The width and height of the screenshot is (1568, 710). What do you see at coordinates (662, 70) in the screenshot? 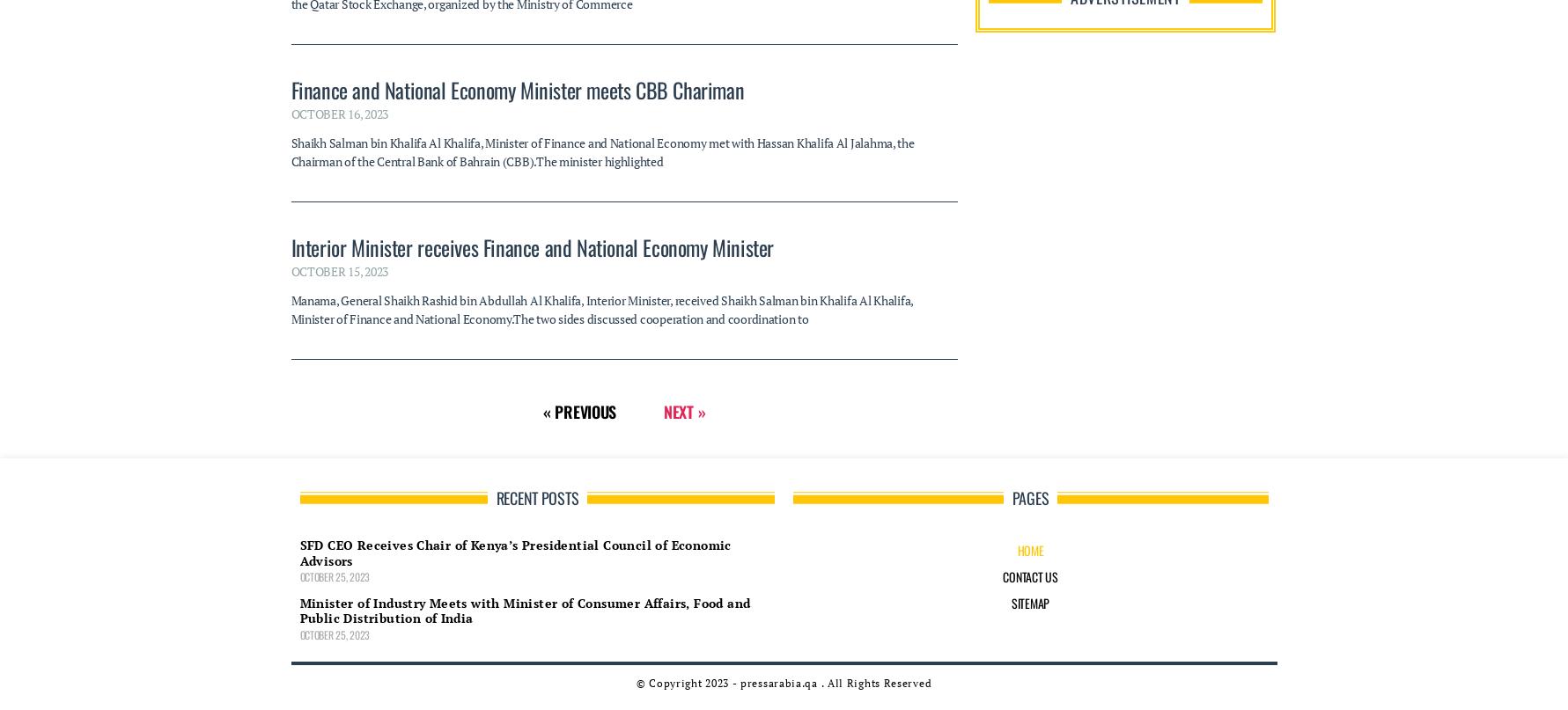
I see `'Next »'` at bounding box center [662, 70].